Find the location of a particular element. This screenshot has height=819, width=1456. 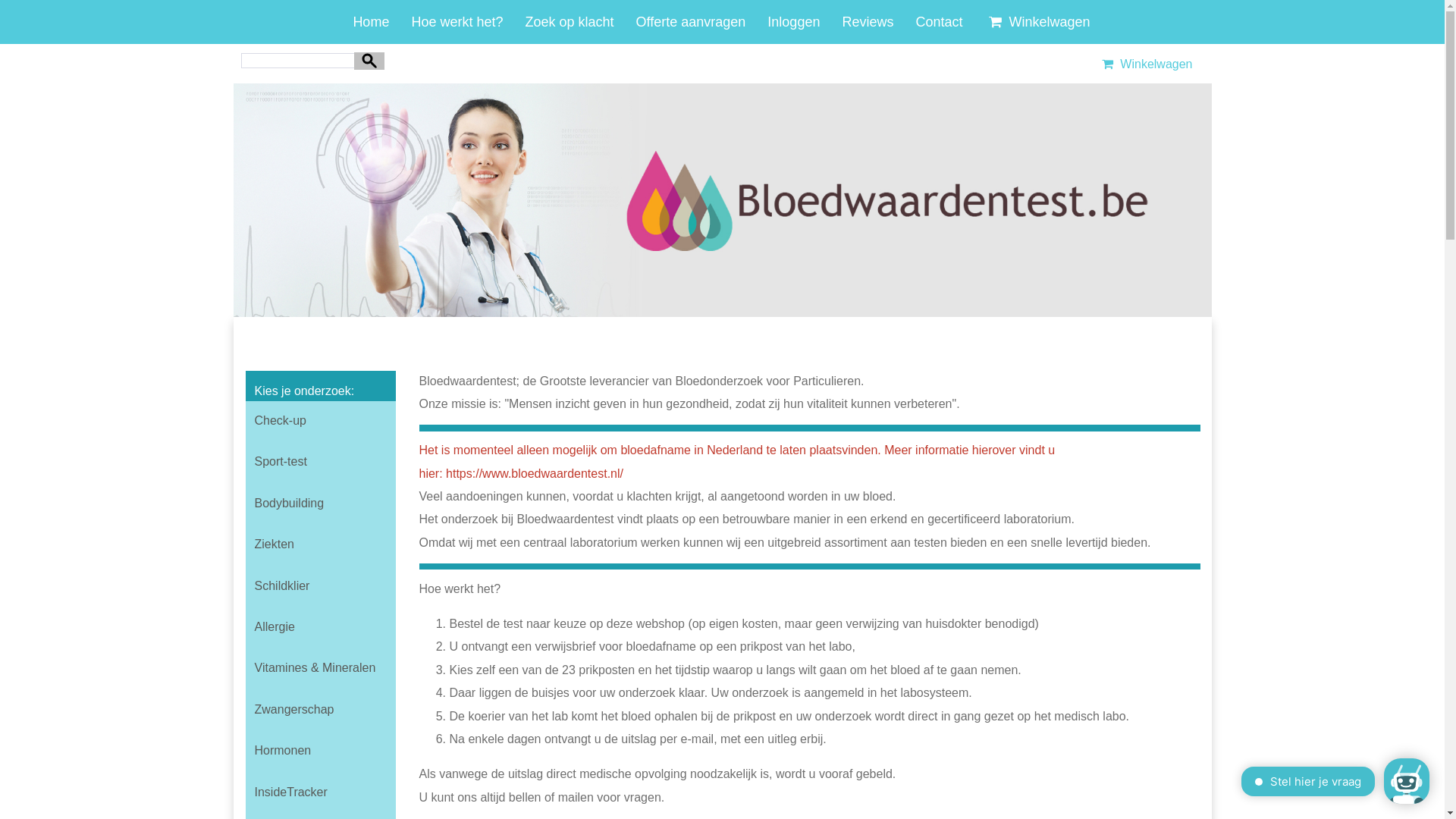

'Inloggen' is located at coordinates (792, 22).